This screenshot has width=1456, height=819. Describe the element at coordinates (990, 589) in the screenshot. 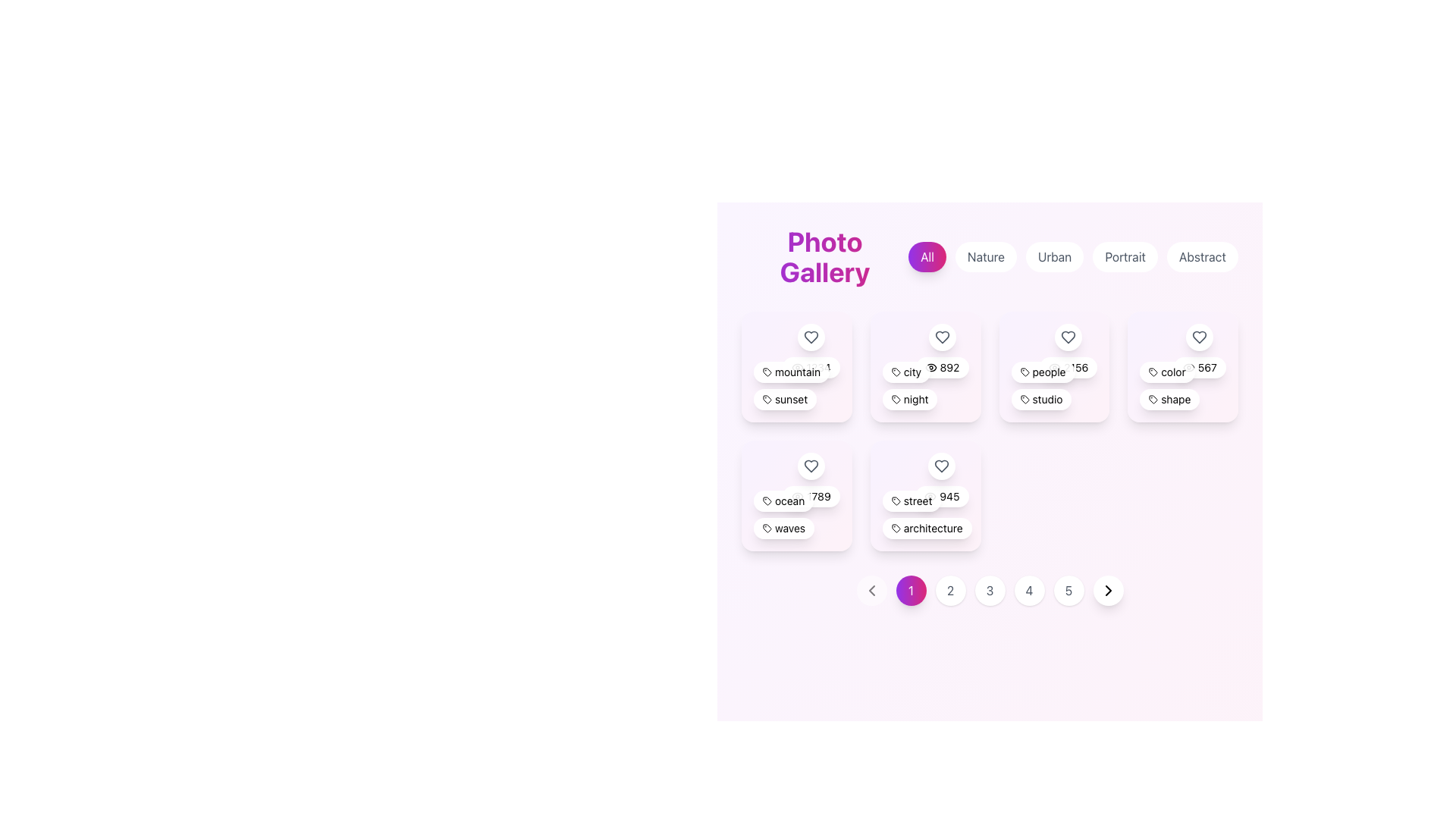

I see `the third pagination button located at the bottom center of the application interface` at that location.